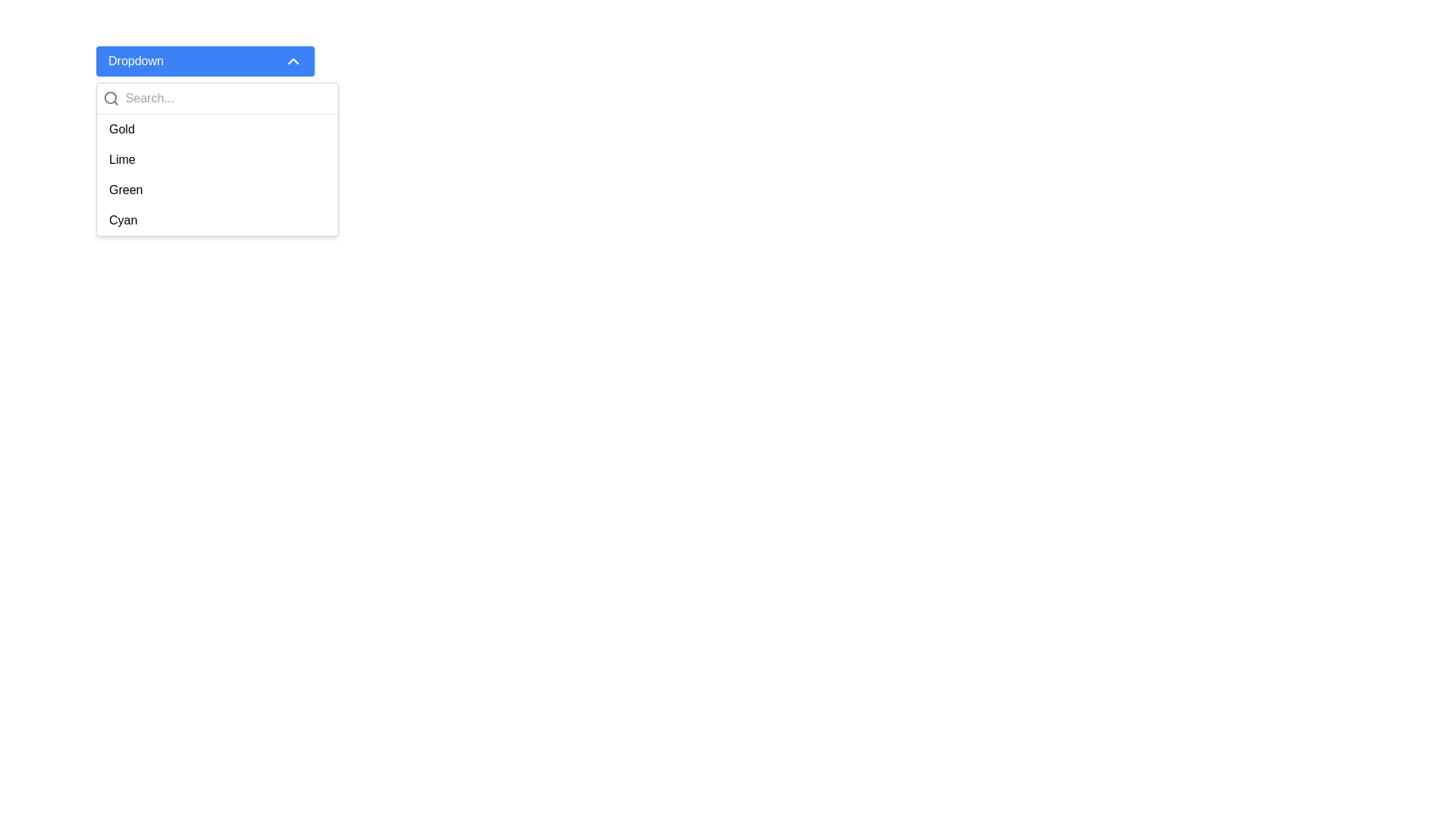 This screenshot has height=819, width=1456. I want to click on the 'Gold' option in the dropdown menu, so click(121, 128).